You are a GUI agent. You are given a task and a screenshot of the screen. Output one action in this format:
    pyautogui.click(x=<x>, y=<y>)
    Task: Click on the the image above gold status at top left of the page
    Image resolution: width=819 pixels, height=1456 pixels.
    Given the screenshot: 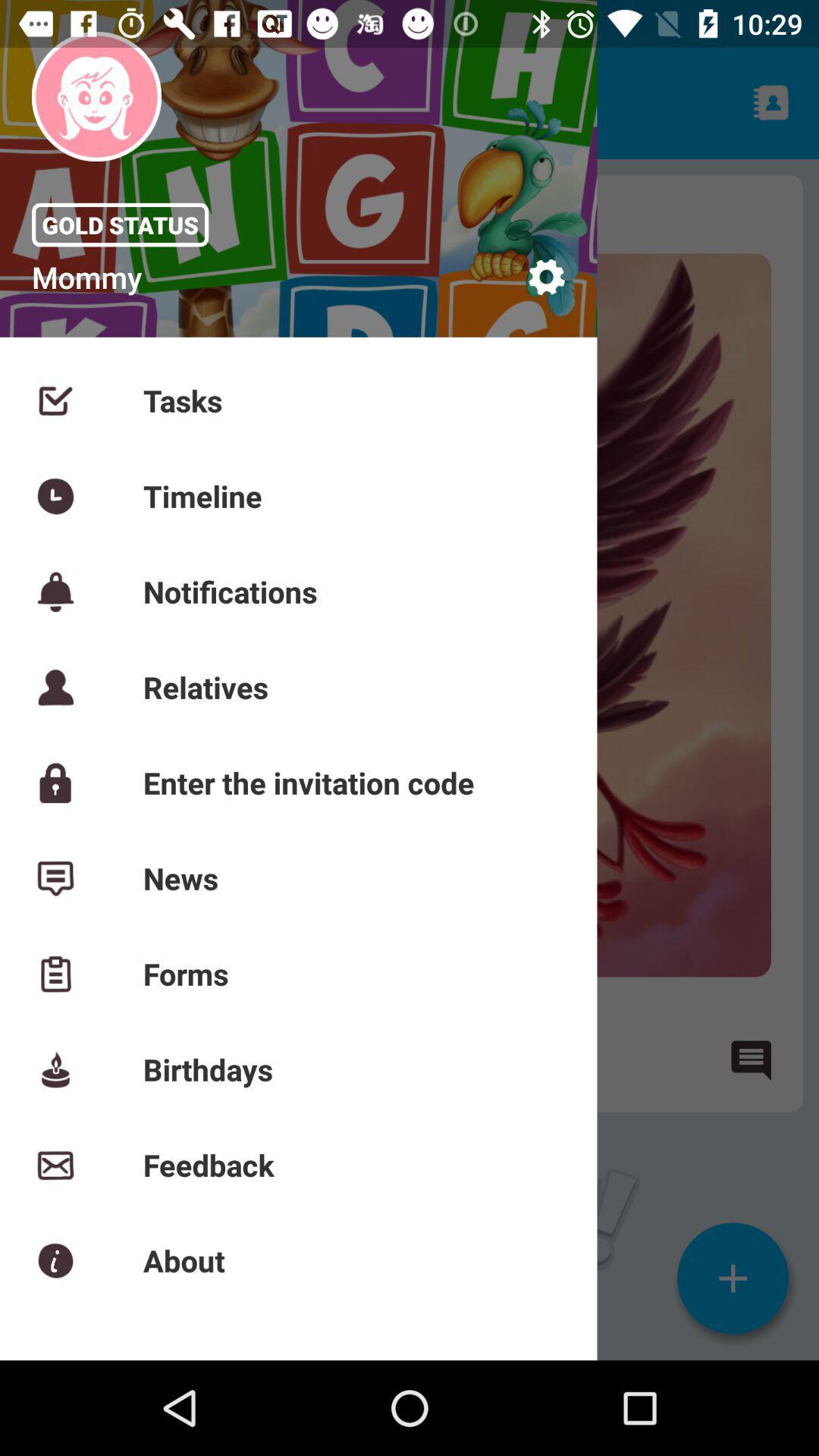 What is the action you would take?
    pyautogui.click(x=96, y=96)
    